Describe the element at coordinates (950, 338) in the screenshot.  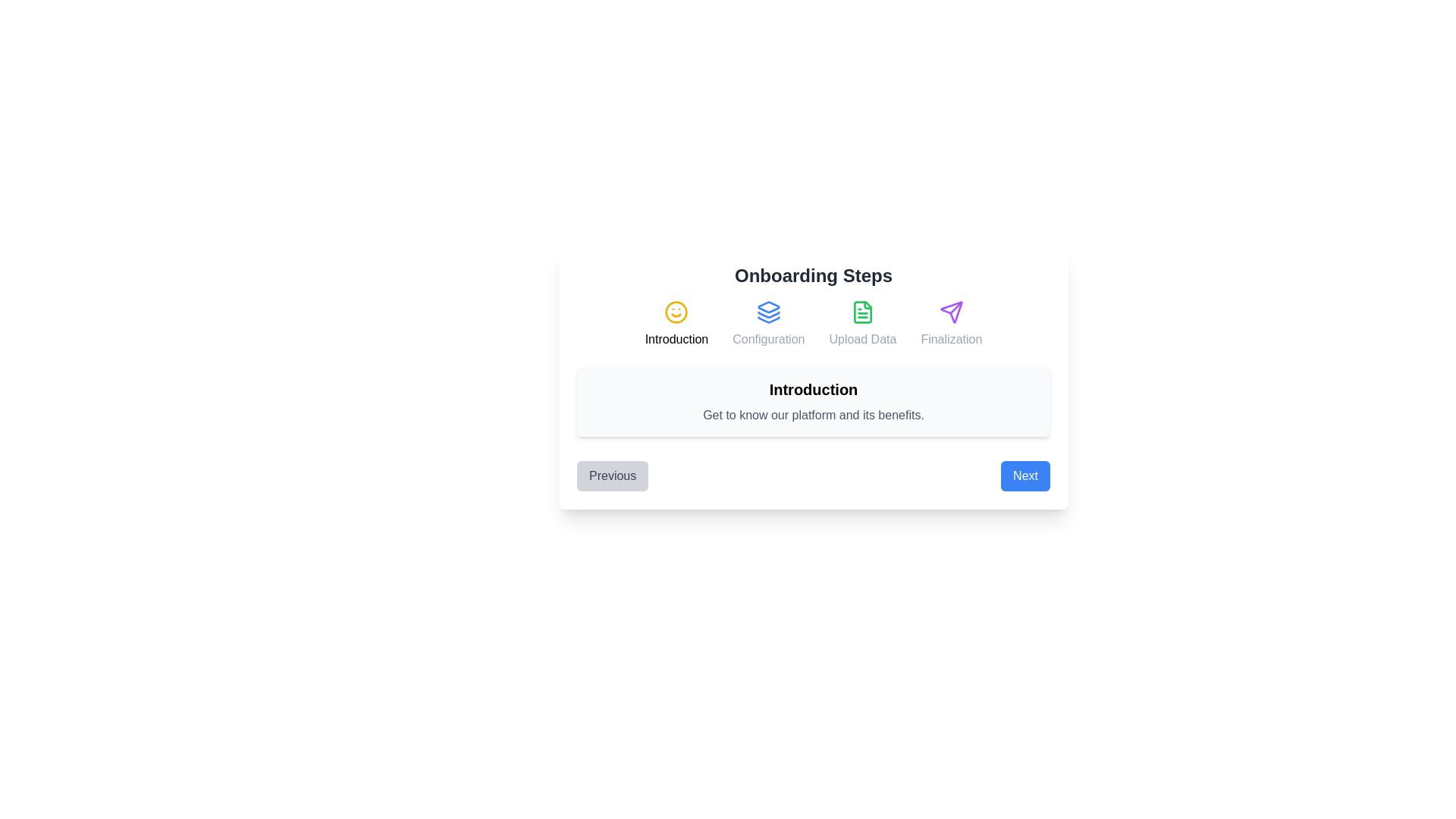
I see `the 'Finalization' text label which indicates the progress of the sequence of steps, positioned below an arrow icon and between 'Upload Data' and the next steps` at that location.